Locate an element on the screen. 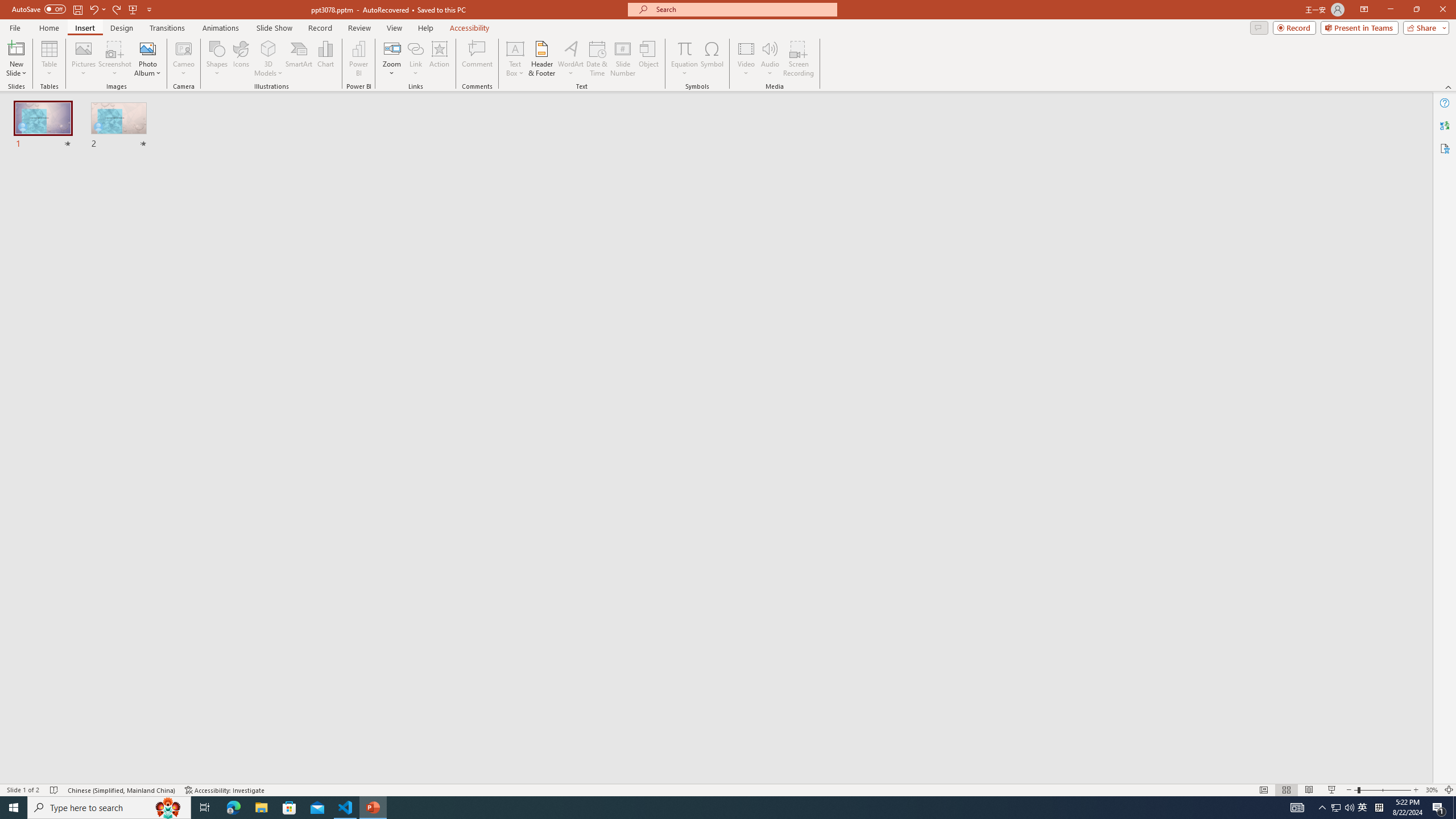 Image resolution: width=1456 pixels, height=819 pixels. 'New Photo Album...' is located at coordinates (147, 48).